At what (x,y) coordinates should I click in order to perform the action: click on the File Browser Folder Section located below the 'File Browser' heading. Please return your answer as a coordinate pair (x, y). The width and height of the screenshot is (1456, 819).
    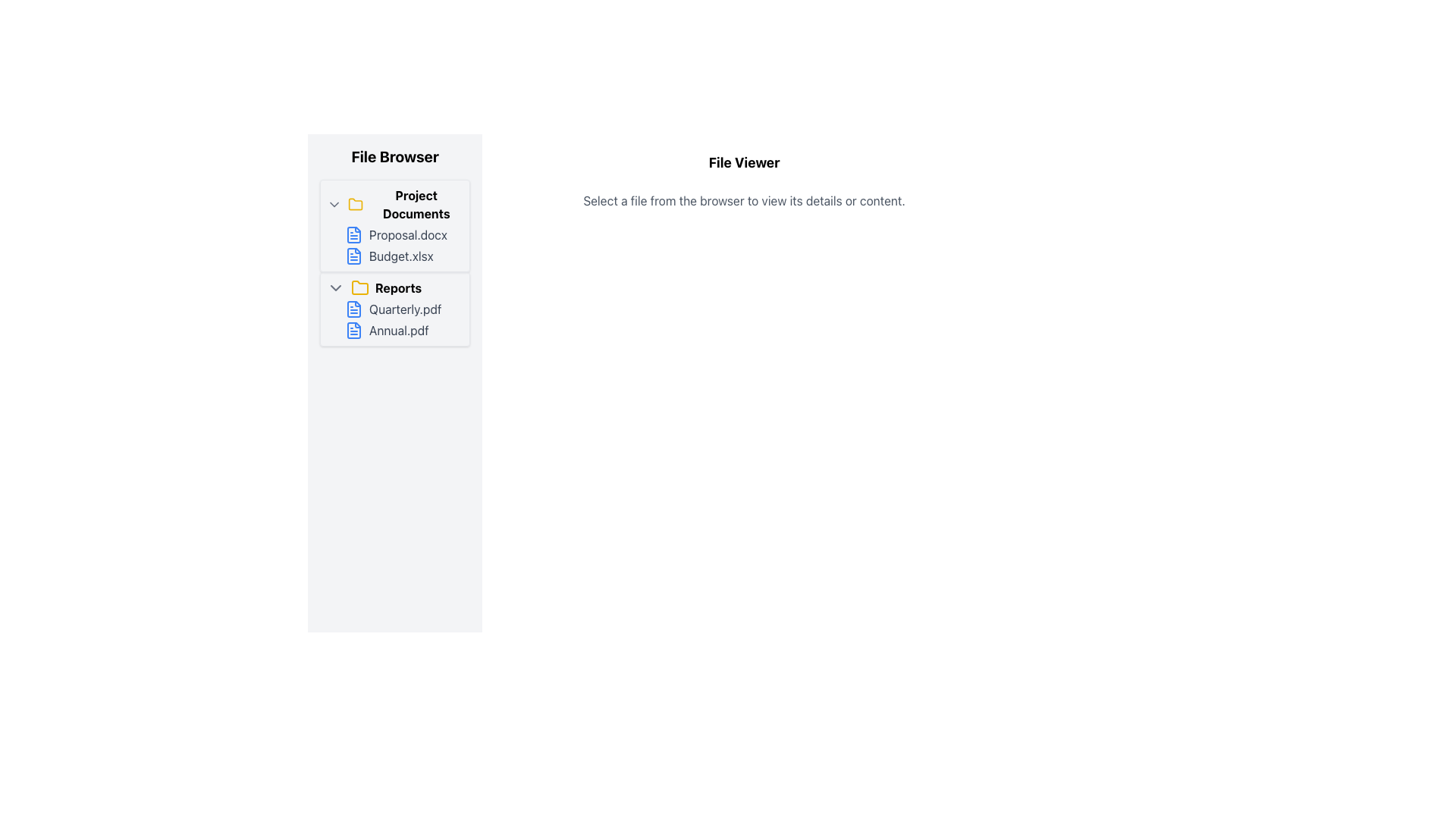
    Looking at the image, I should click on (395, 225).